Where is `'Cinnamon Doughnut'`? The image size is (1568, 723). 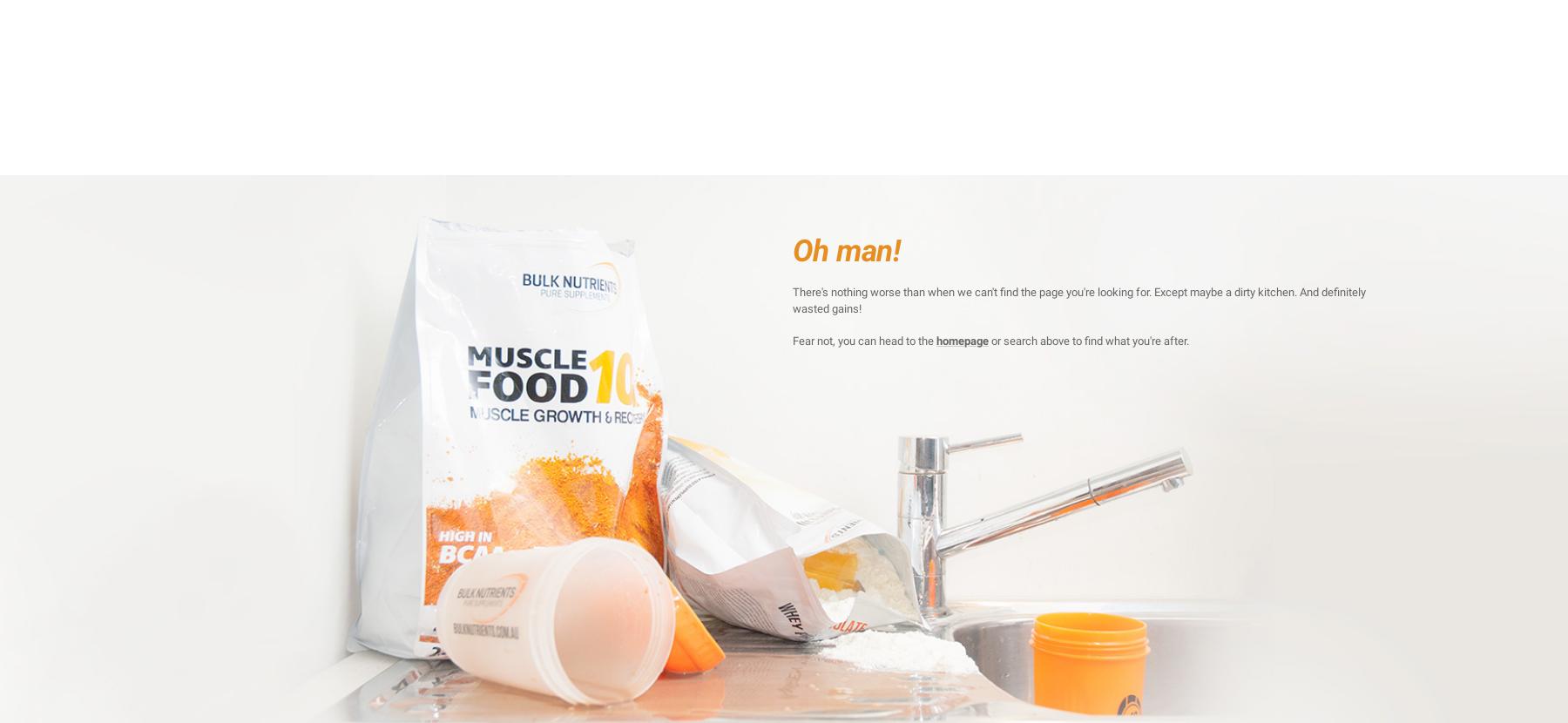 'Cinnamon Doughnut' is located at coordinates (672, 78).